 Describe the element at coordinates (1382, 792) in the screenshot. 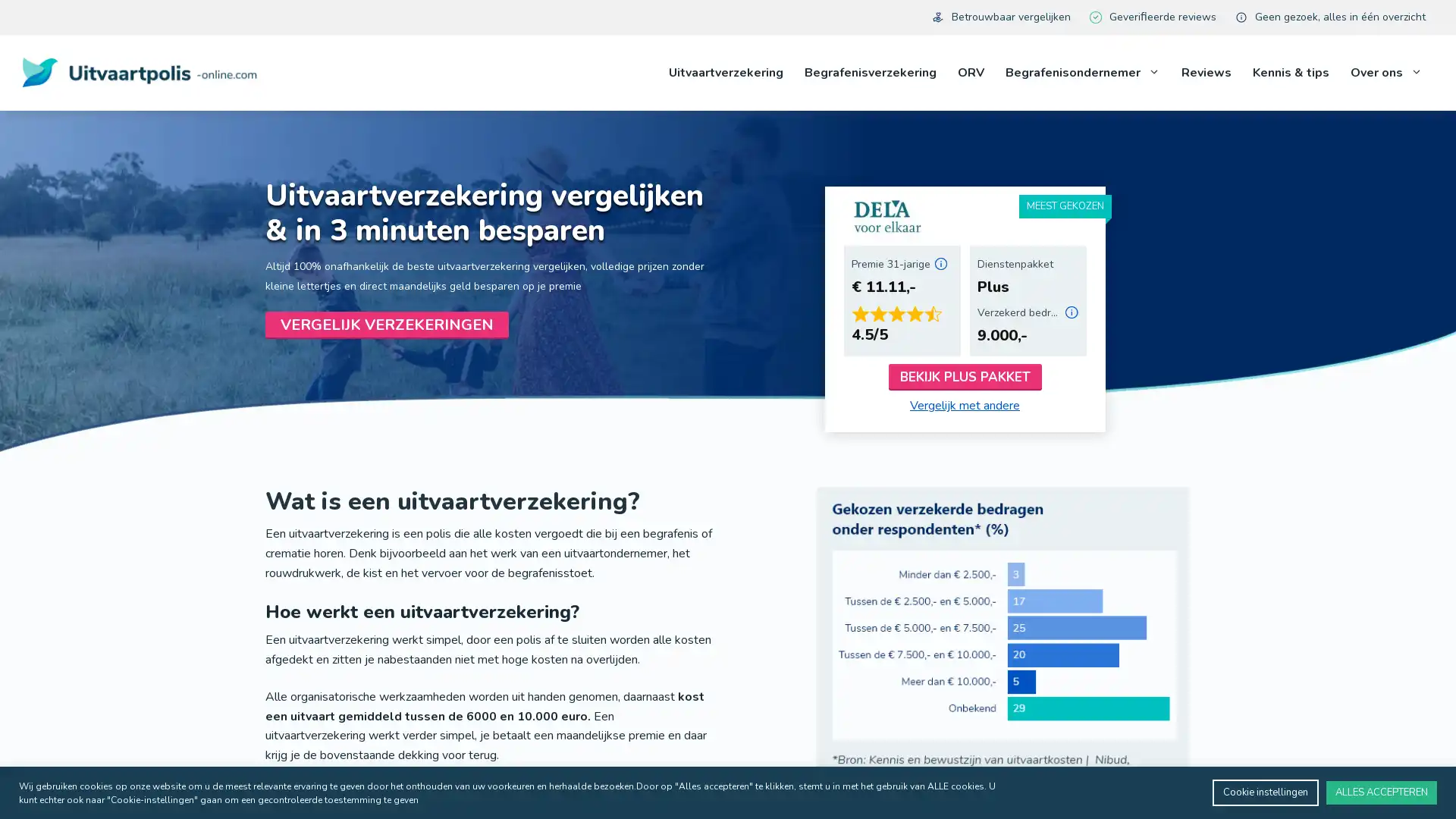

I see `ALLES ACCEPTEREN` at that location.